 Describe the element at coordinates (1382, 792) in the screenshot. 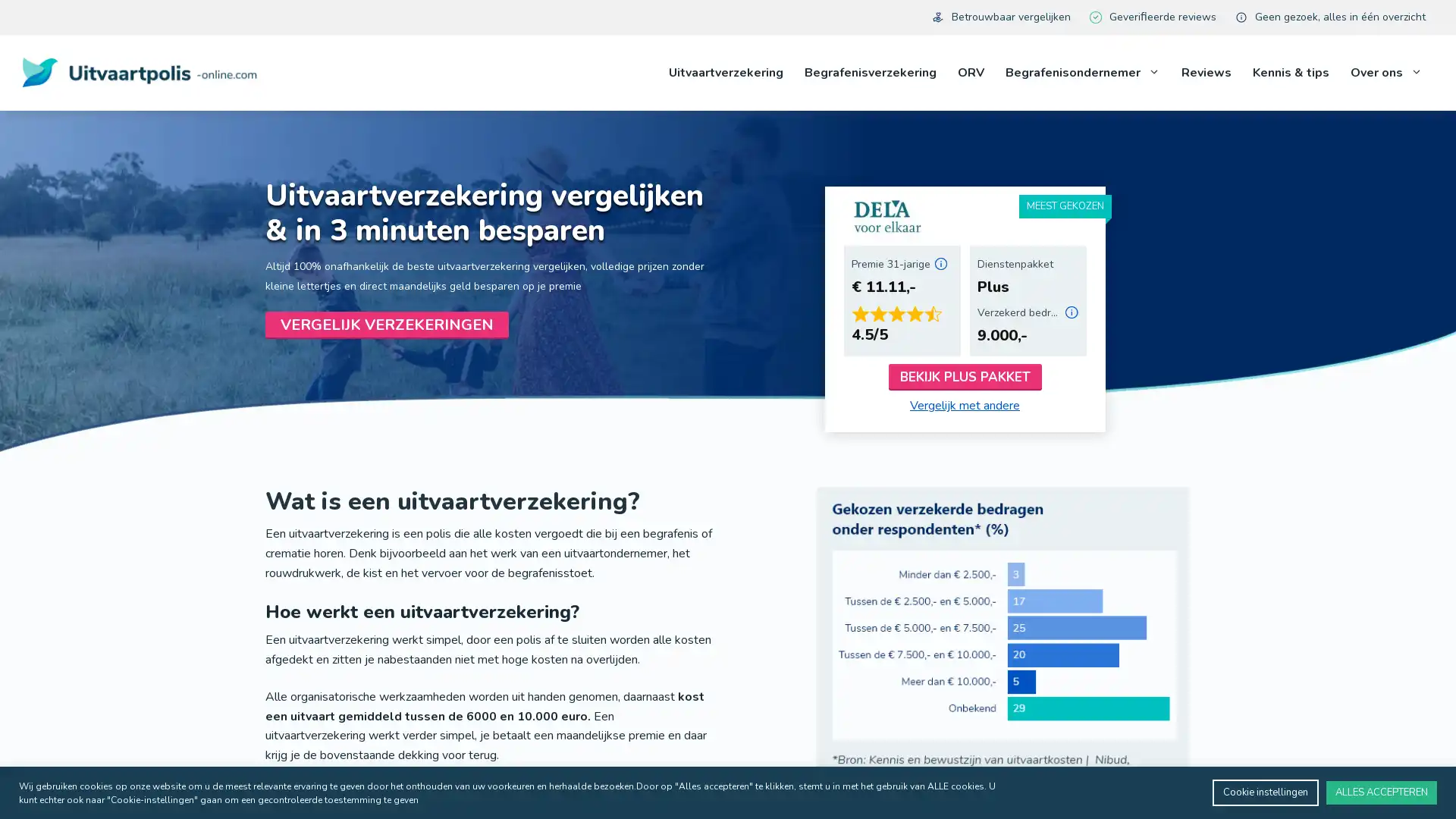

I see `ALLES ACCEPTEREN` at that location.